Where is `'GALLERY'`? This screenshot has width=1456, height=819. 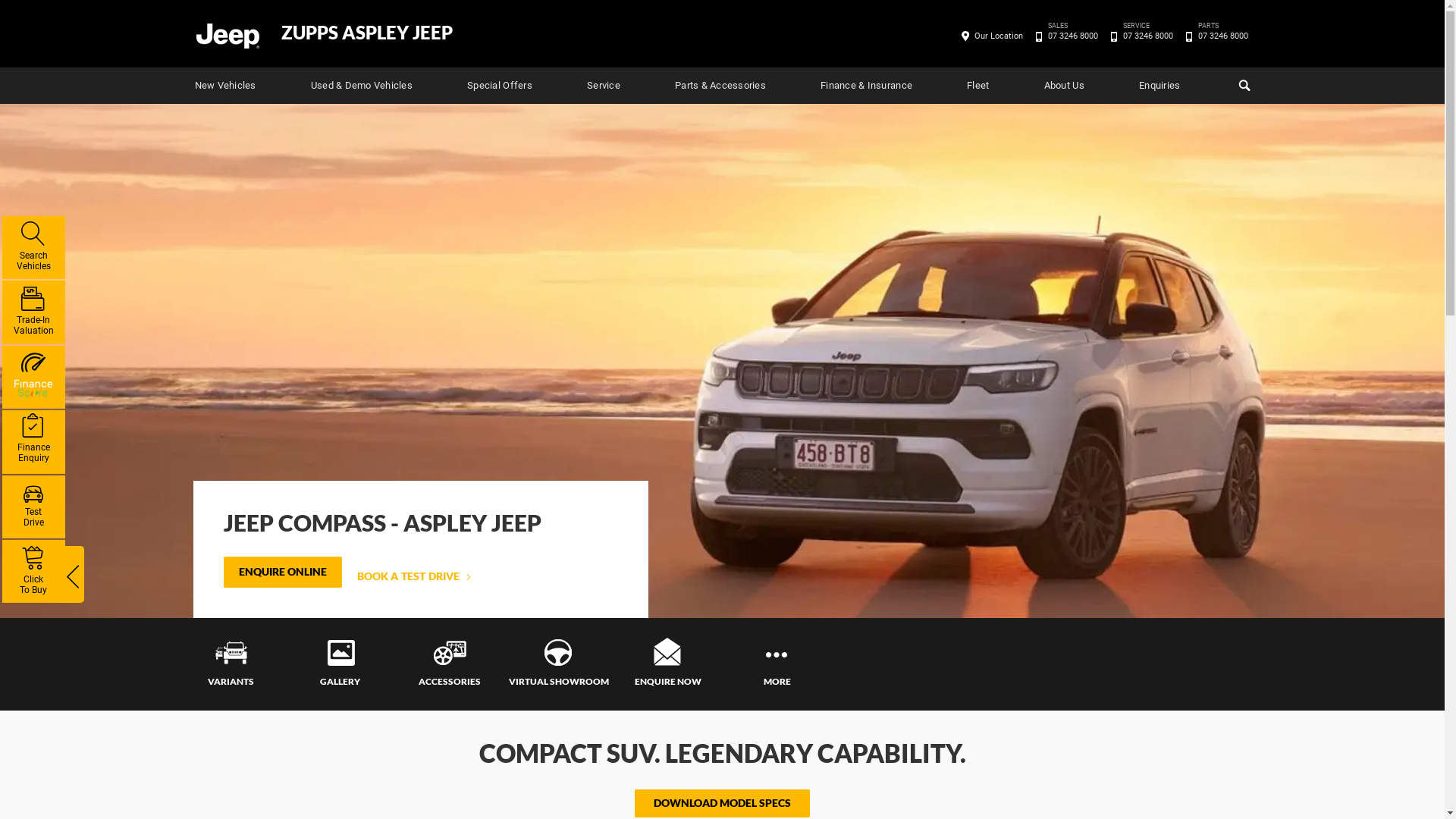 'GALLERY' is located at coordinates (338, 663).